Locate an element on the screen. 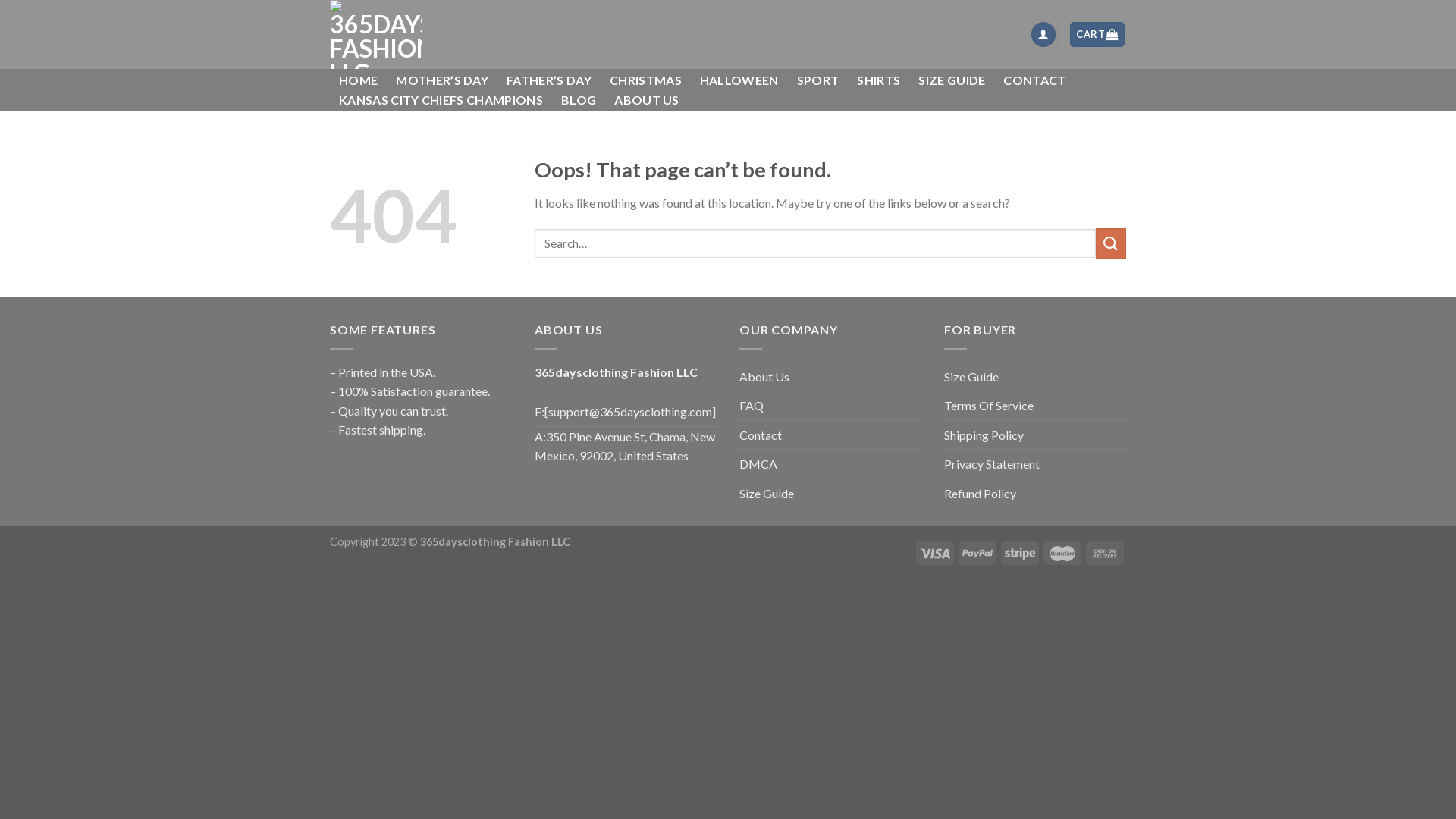 This screenshot has height=819, width=1456. 'About Us' is located at coordinates (764, 376).